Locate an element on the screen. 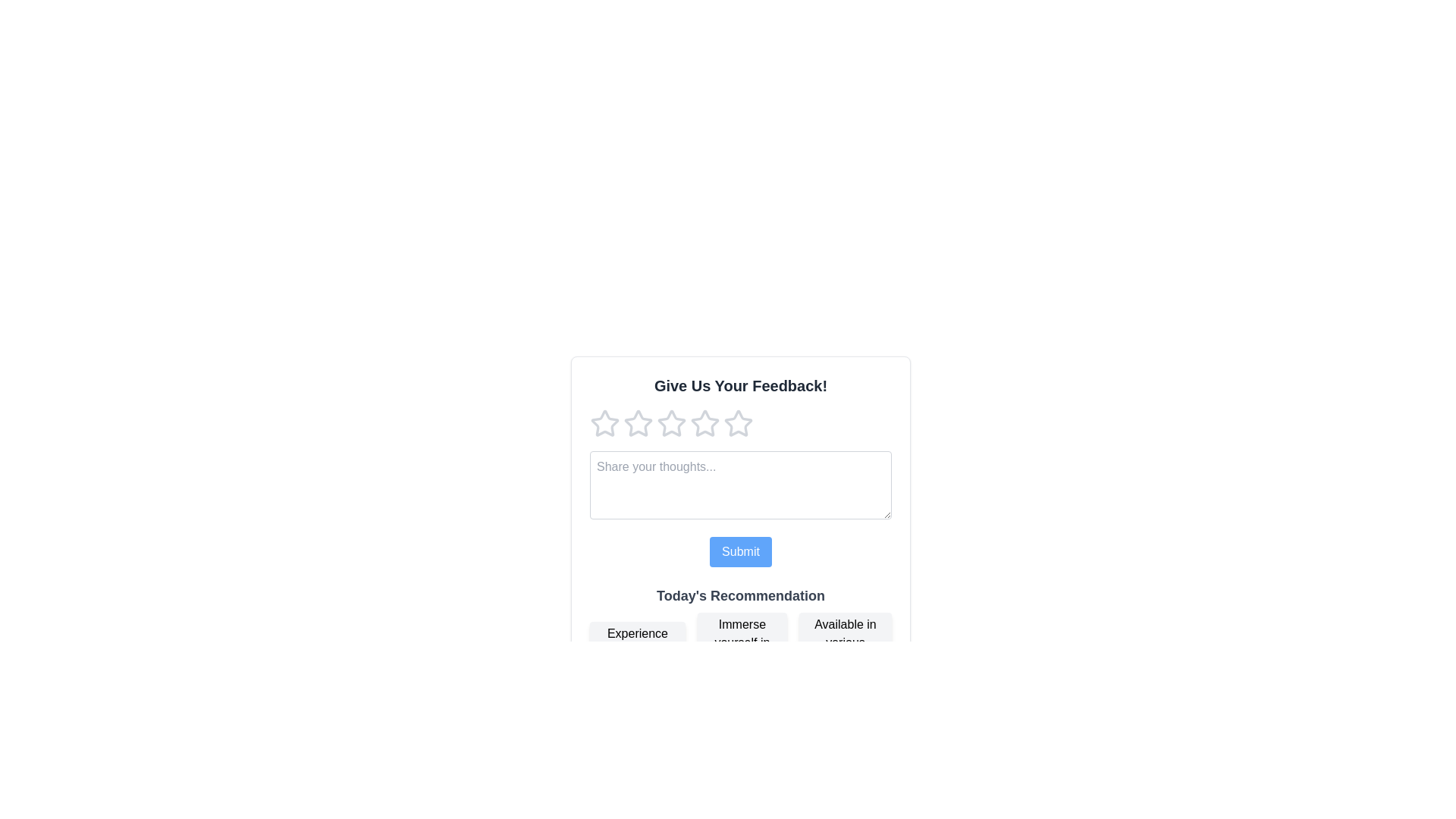 The width and height of the screenshot is (1456, 819). the second rating star in the feedback form is located at coordinates (671, 423).